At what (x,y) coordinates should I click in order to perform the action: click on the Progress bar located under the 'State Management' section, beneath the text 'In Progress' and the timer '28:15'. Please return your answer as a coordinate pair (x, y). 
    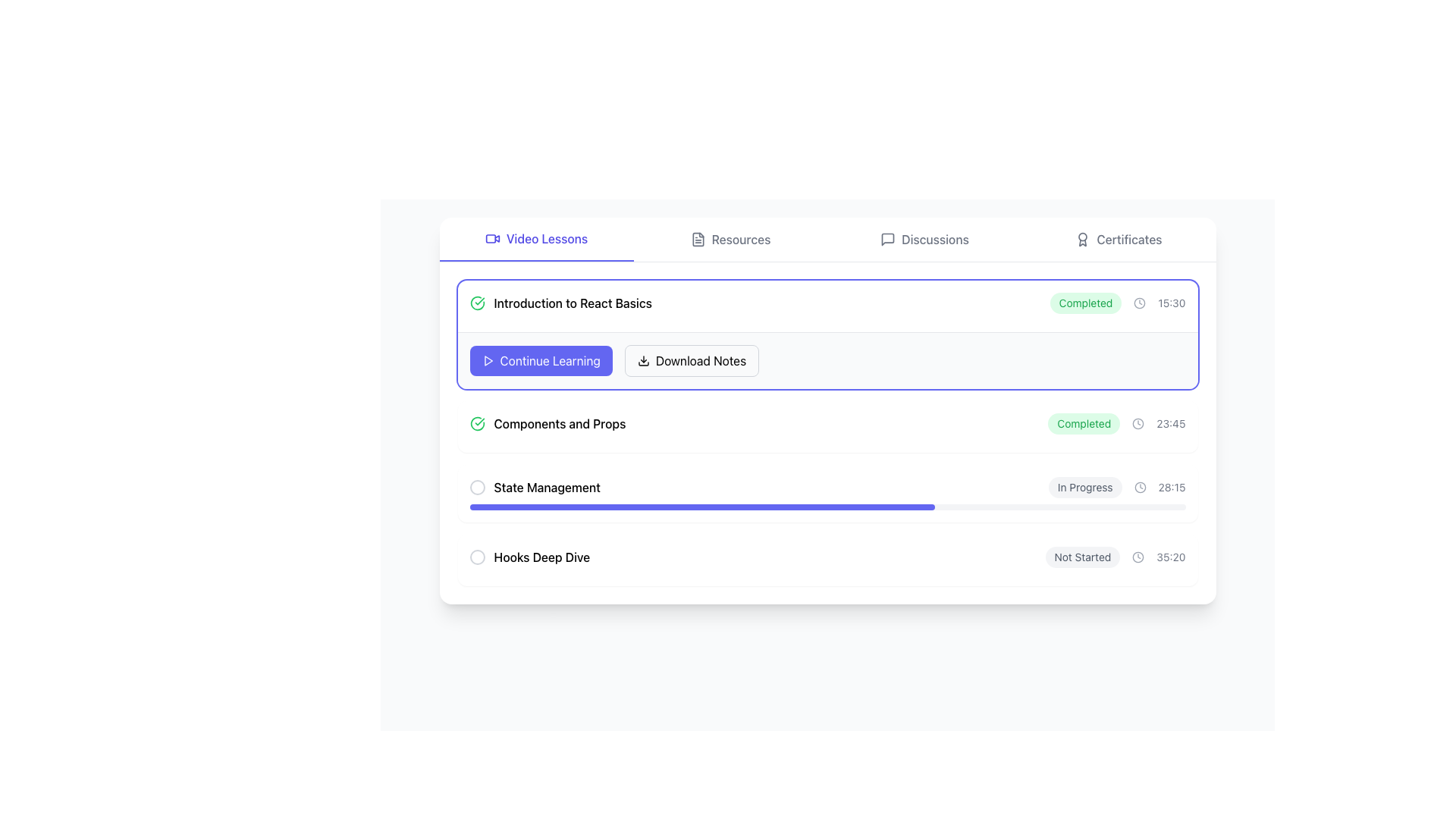
    Looking at the image, I should click on (827, 507).